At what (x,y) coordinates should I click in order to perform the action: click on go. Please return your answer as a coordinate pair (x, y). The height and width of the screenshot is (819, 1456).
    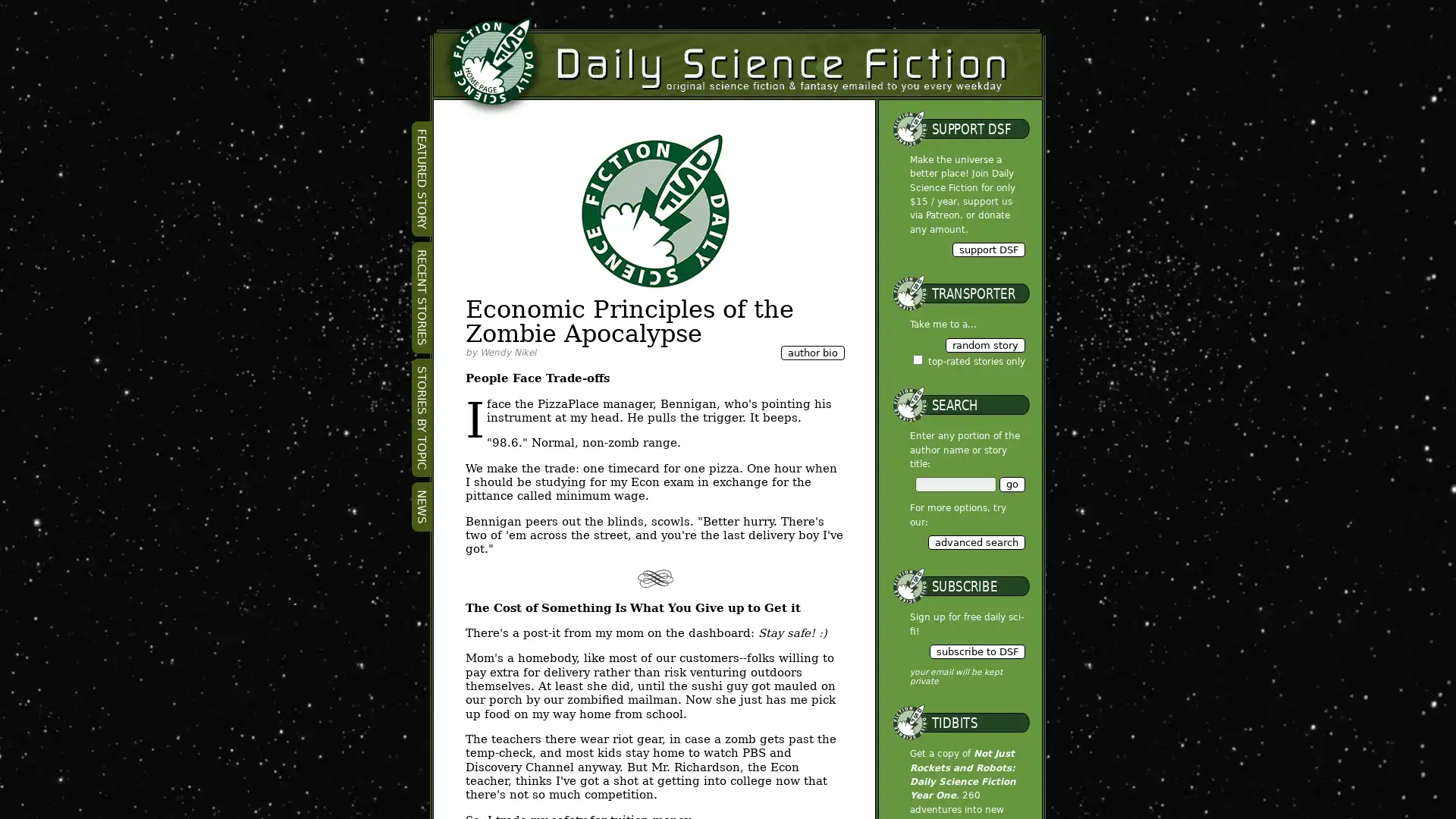
    Looking at the image, I should click on (1012, 484).